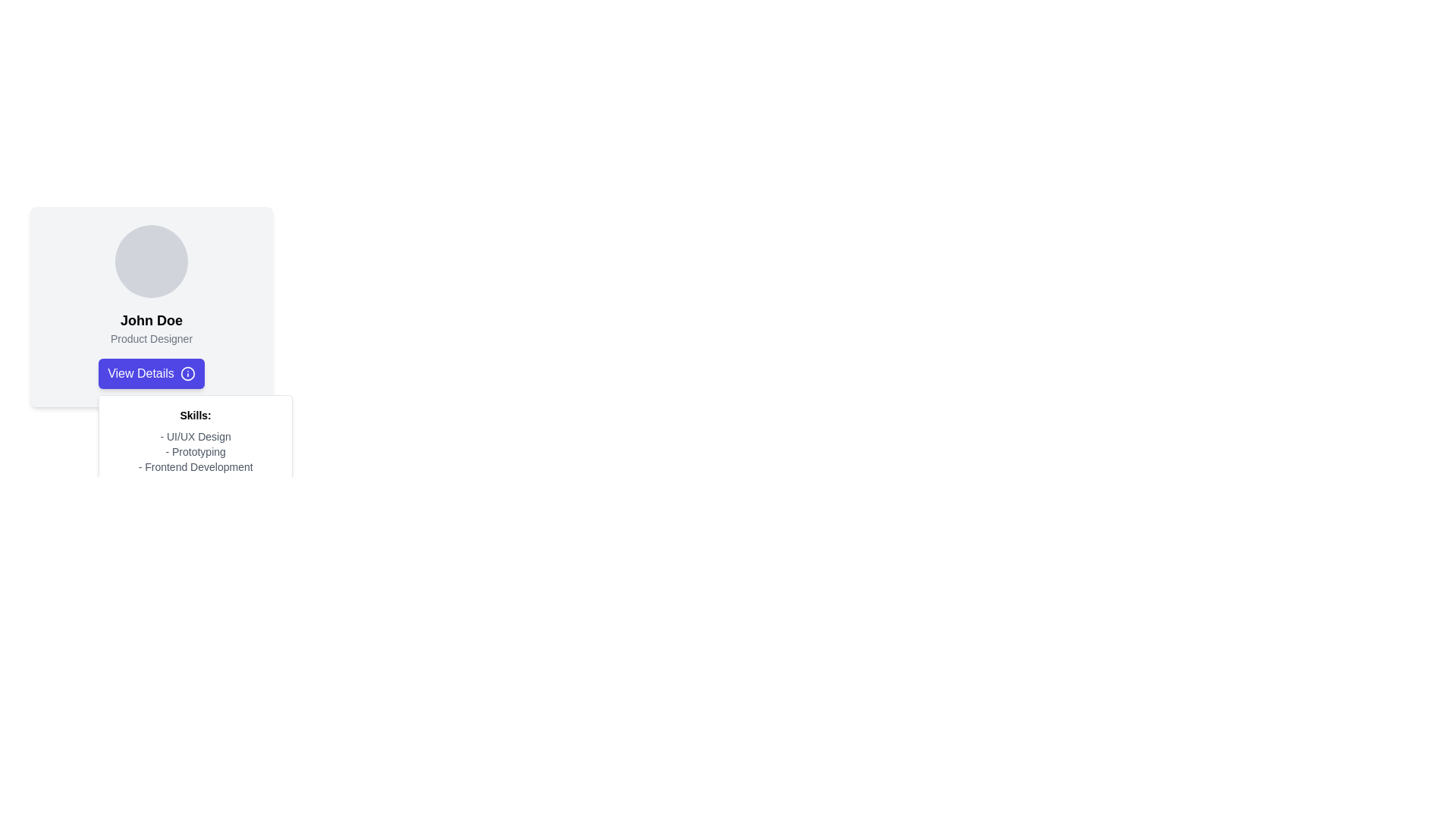 This screenshot has height=819, width=1456. I want to click on the button located below the 'John Doe' name and 'Product Designer' subtitle within the card, so click(152, 374).